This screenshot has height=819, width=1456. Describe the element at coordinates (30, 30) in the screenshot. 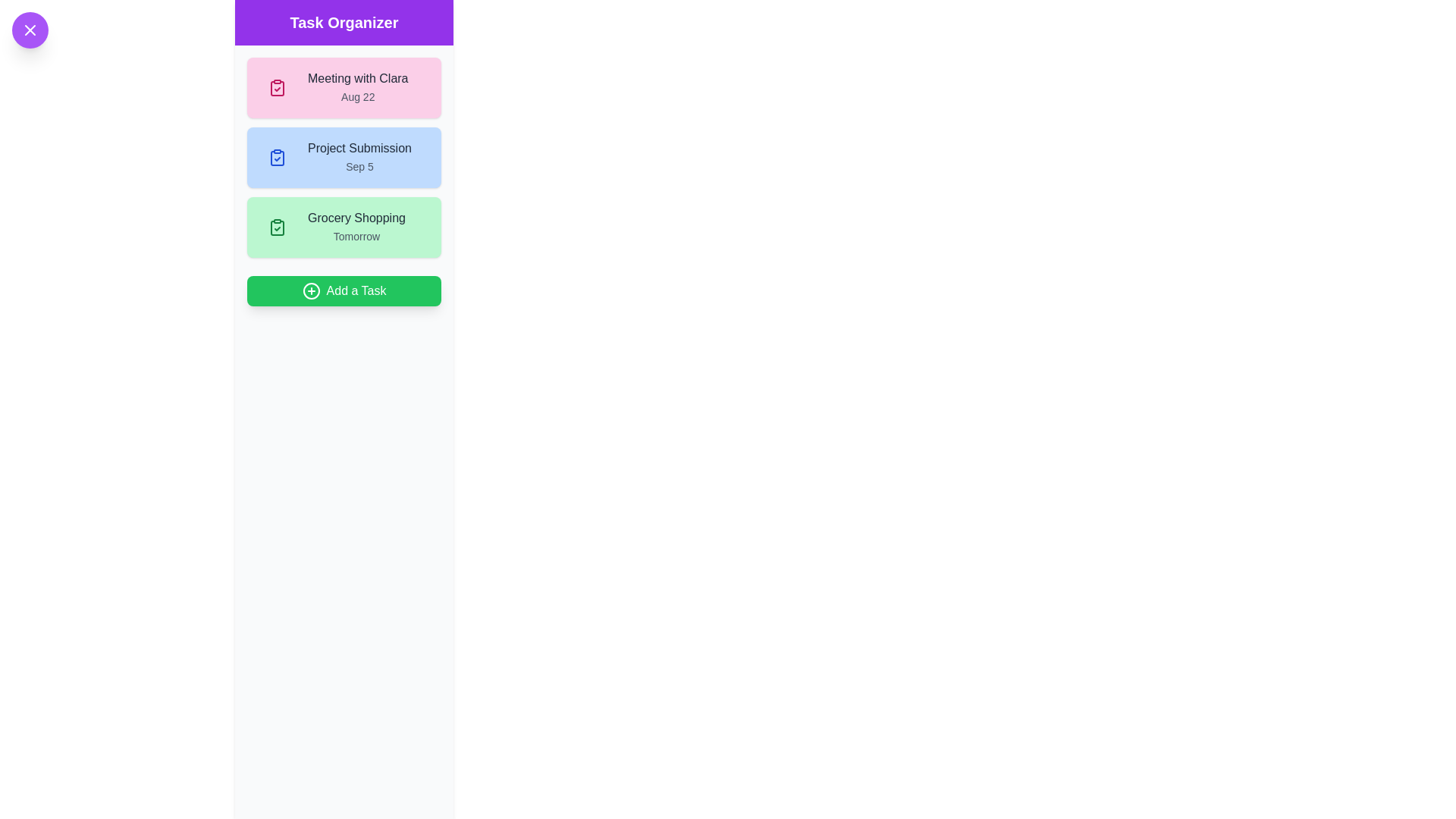

I see `toggle button at the top-left corner to toggle the drawer visibility` at that location.